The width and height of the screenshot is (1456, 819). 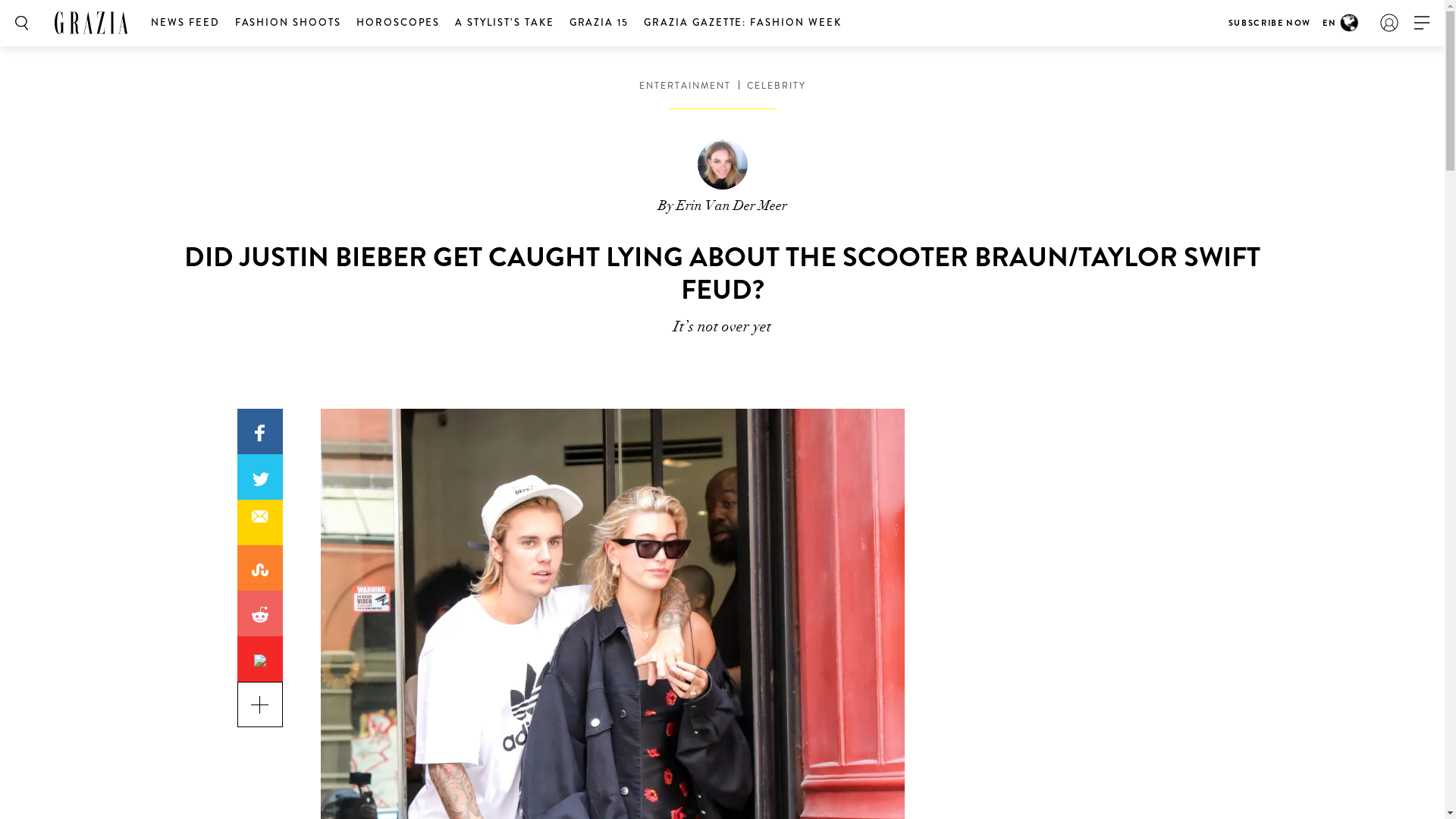 I want to click on 'GRAZIA 15', so click(x=598, y=23).